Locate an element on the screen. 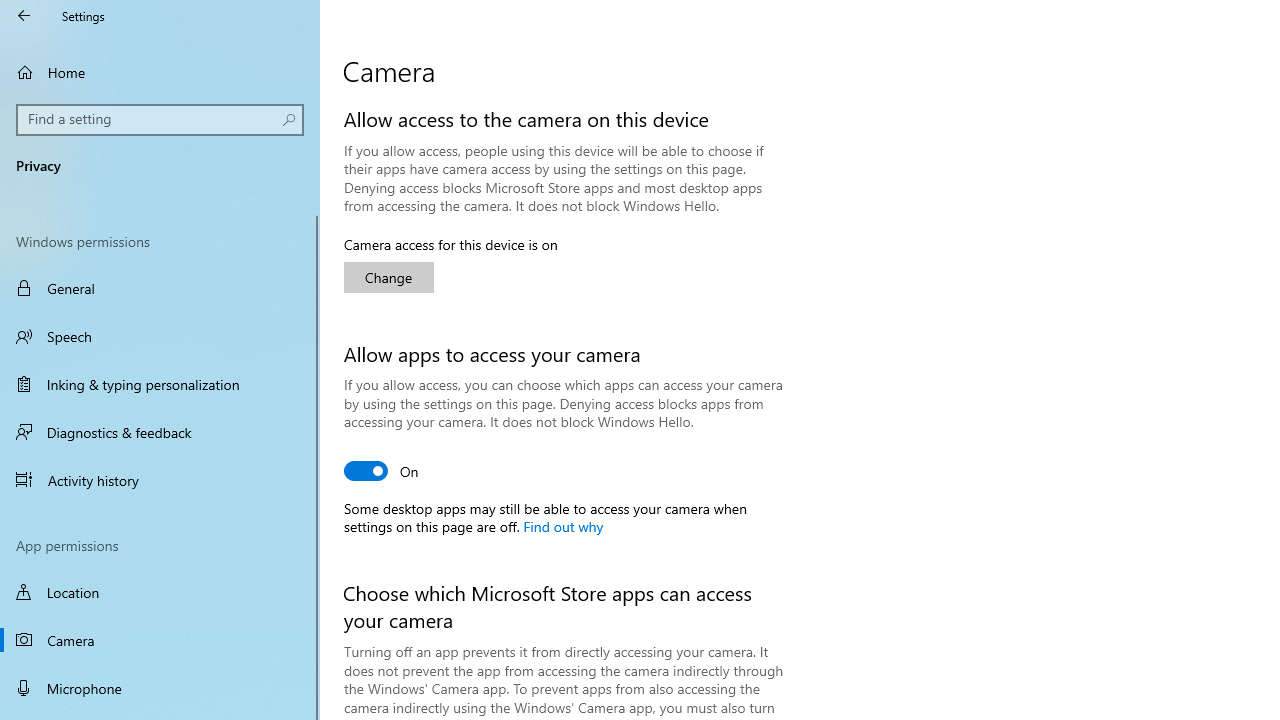 The width and height of the screenshot is (1280, 720). 'Location' is located at coordinates (160, 591).